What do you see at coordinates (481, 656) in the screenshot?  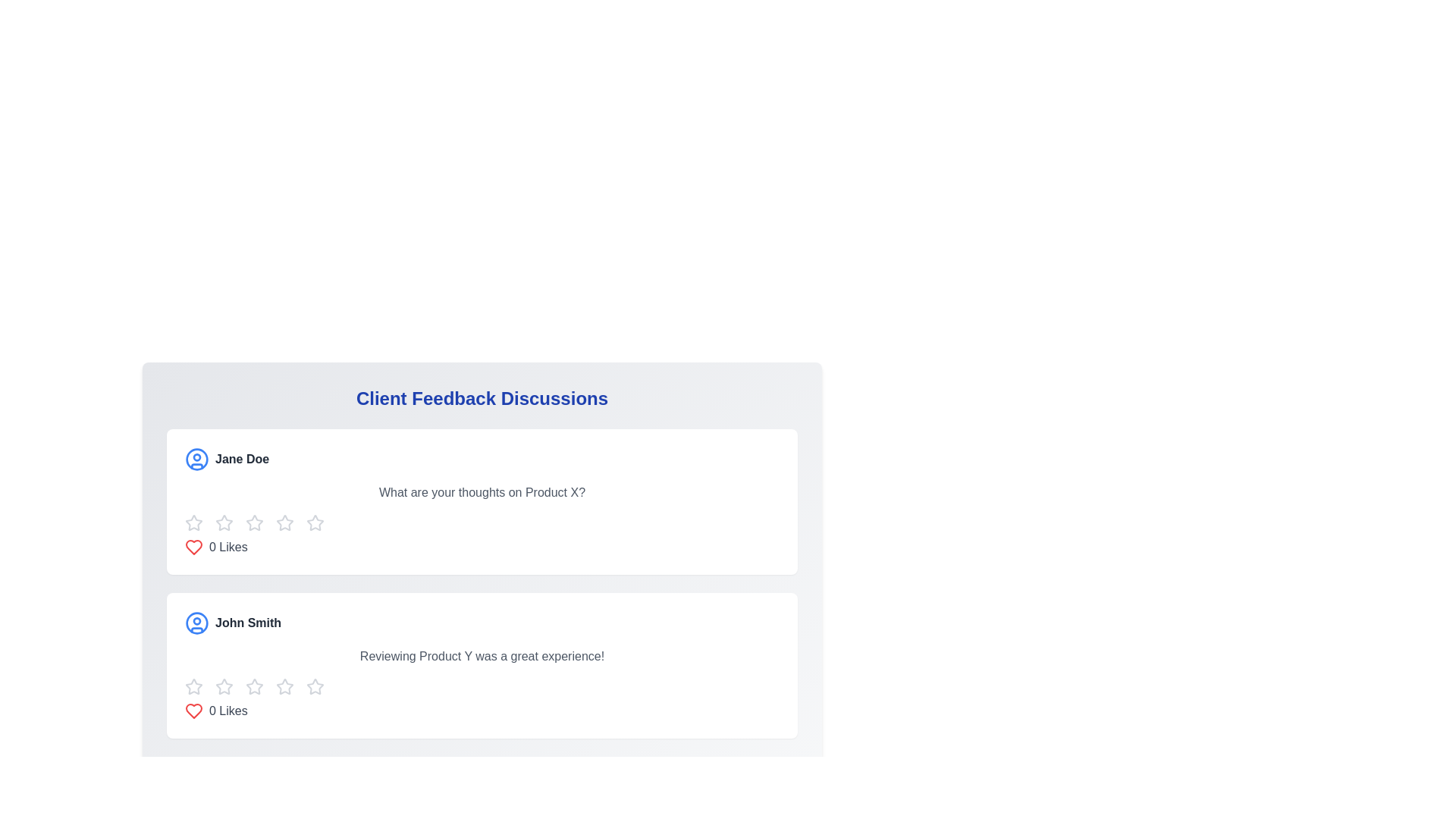 I see `text content of the text label that states 'Reviewing Product Y was a great experience!', located centrally below the name 'John Smith'` at bounding box center [481, 656].